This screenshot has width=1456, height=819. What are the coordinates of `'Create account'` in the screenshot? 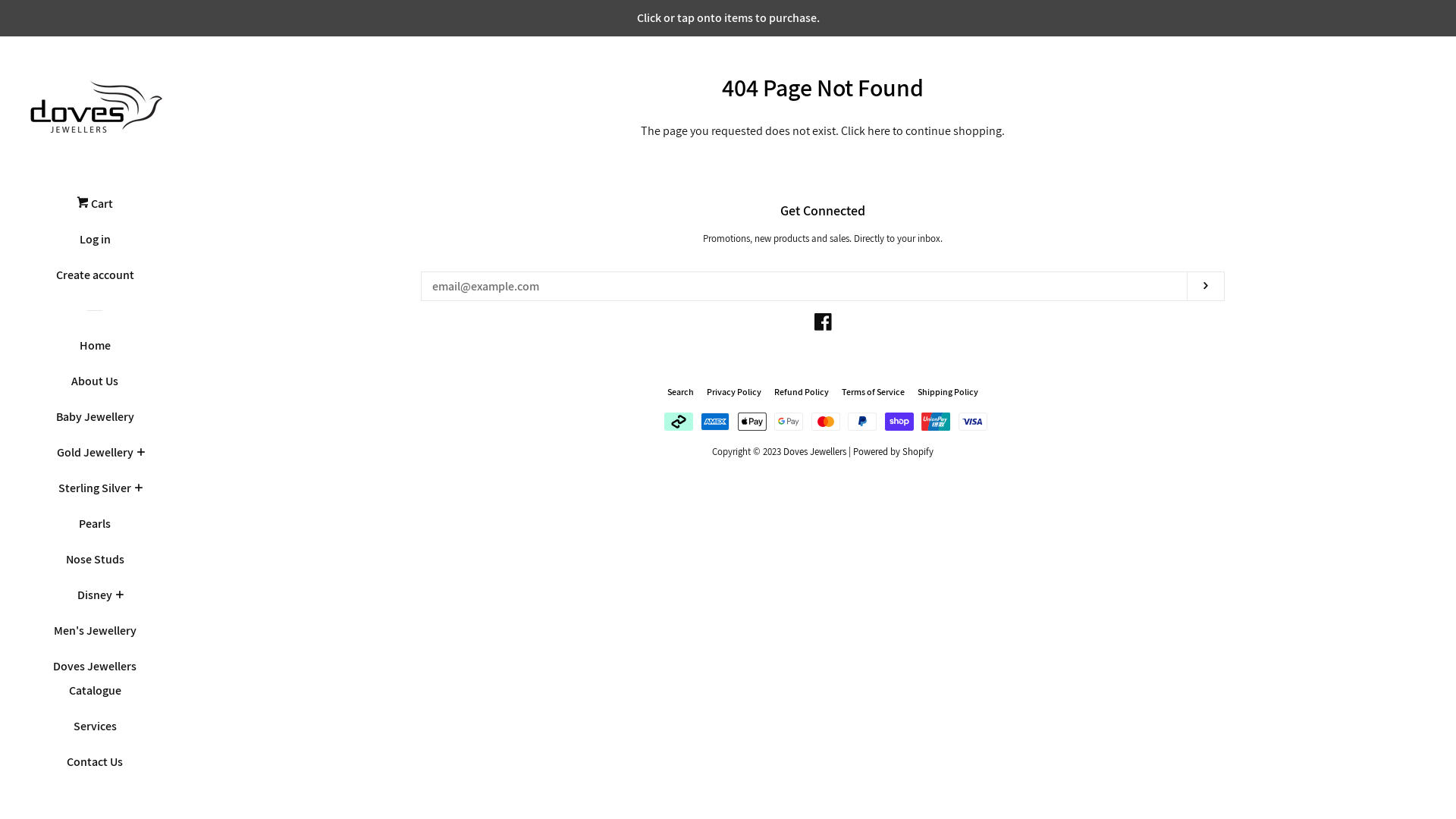 It's located at (93, 281).